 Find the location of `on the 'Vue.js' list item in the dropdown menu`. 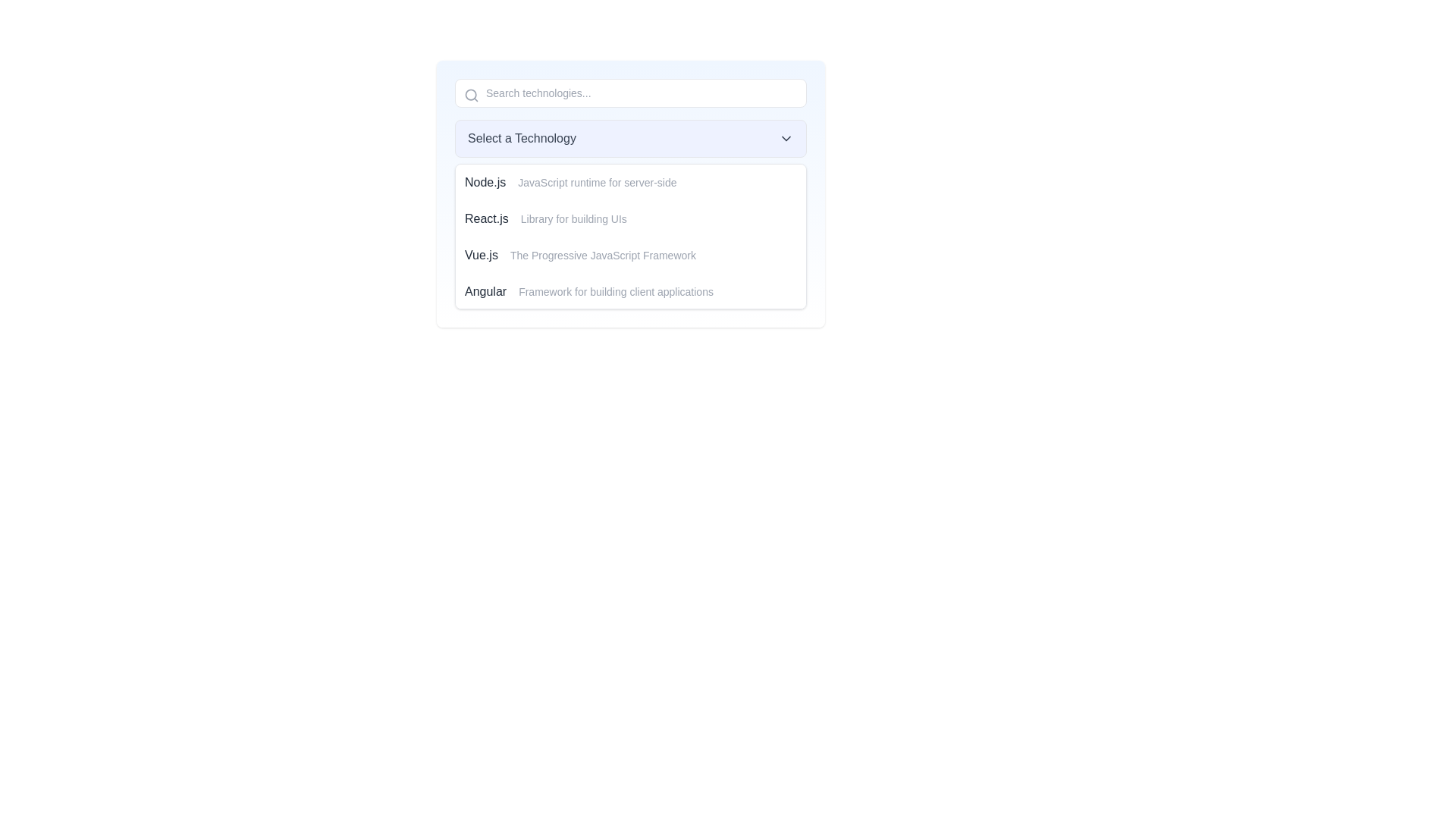

on the 'Vue.js' list item in the dropdown menu is located at coordinates (630, 254).